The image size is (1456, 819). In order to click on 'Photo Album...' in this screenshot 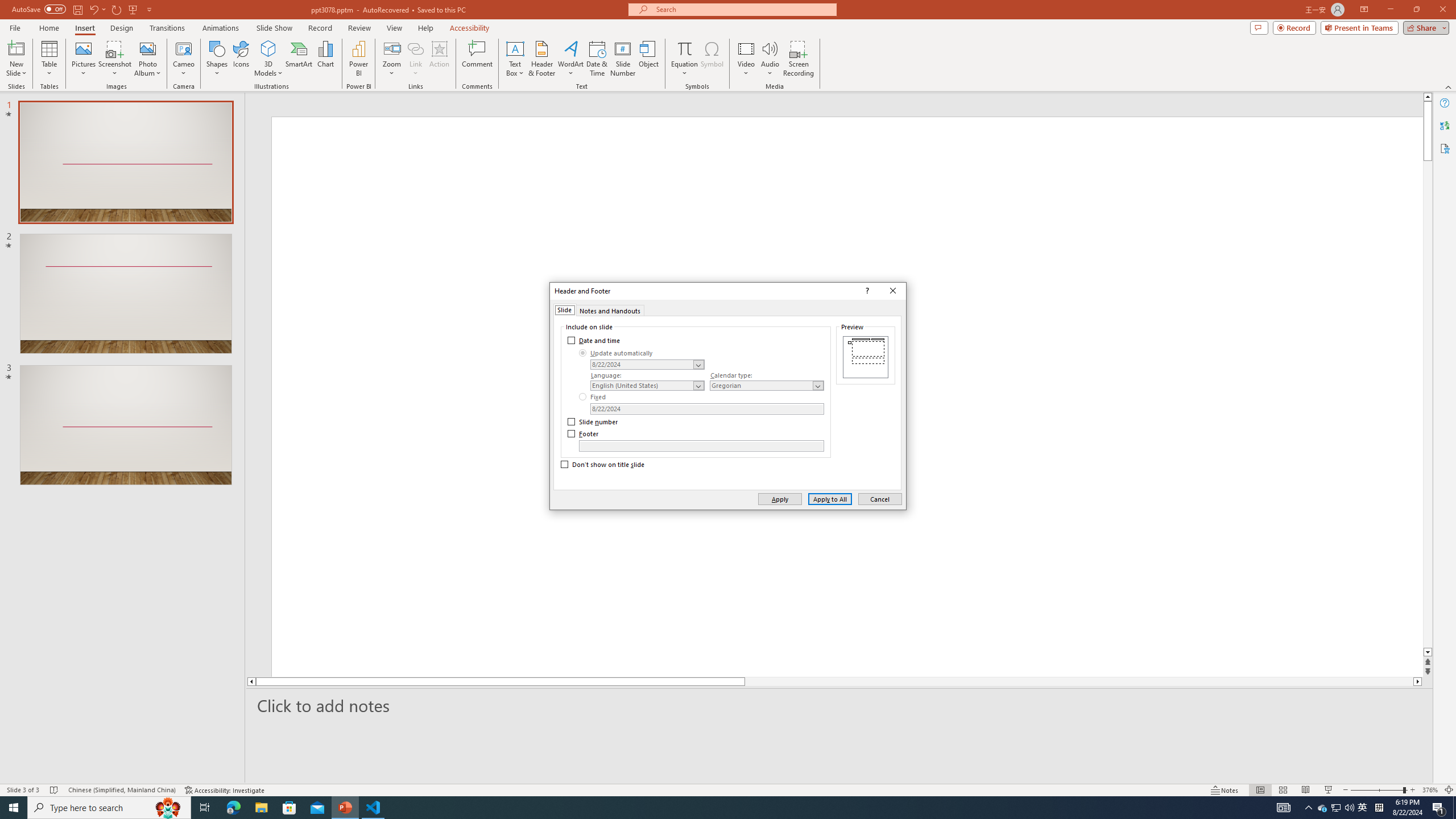, I will do `click(147, 59)`.